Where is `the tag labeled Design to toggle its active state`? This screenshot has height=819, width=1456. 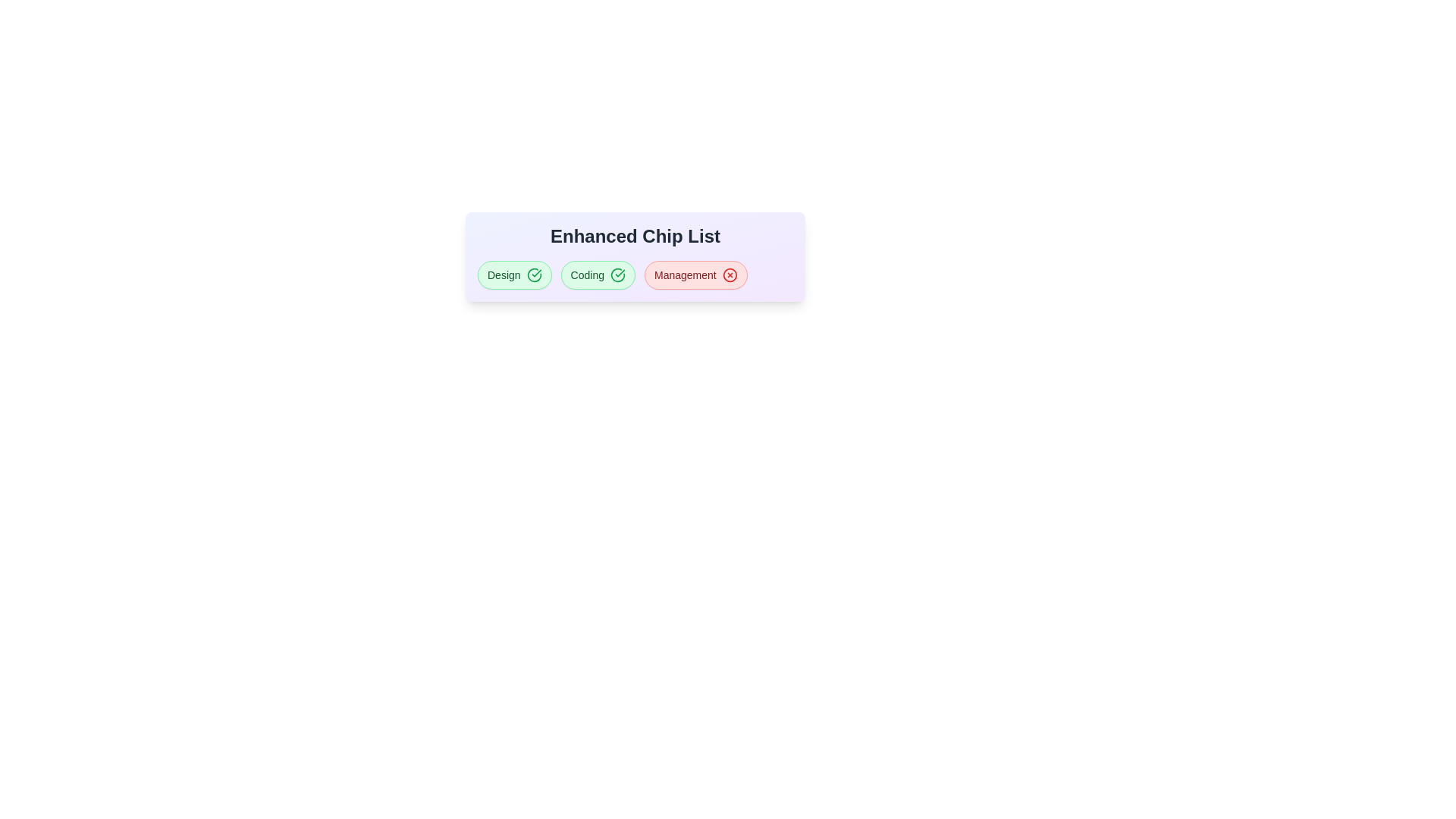
the tag labeled Design to toggle its active state is located at coordinates (514, 275).